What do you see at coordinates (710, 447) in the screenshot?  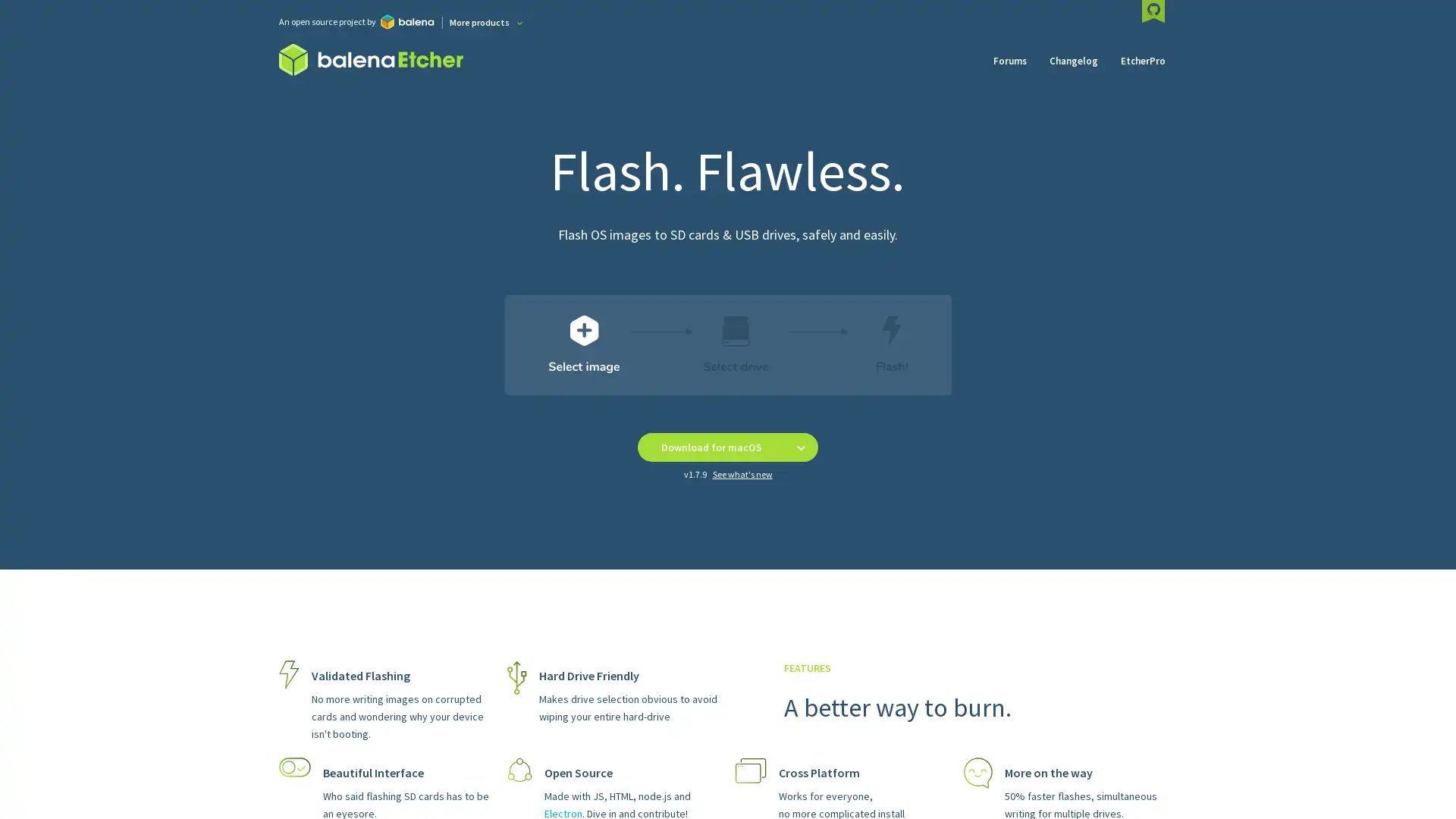 I see `Download for macOS` at bounding box center [710, 447].